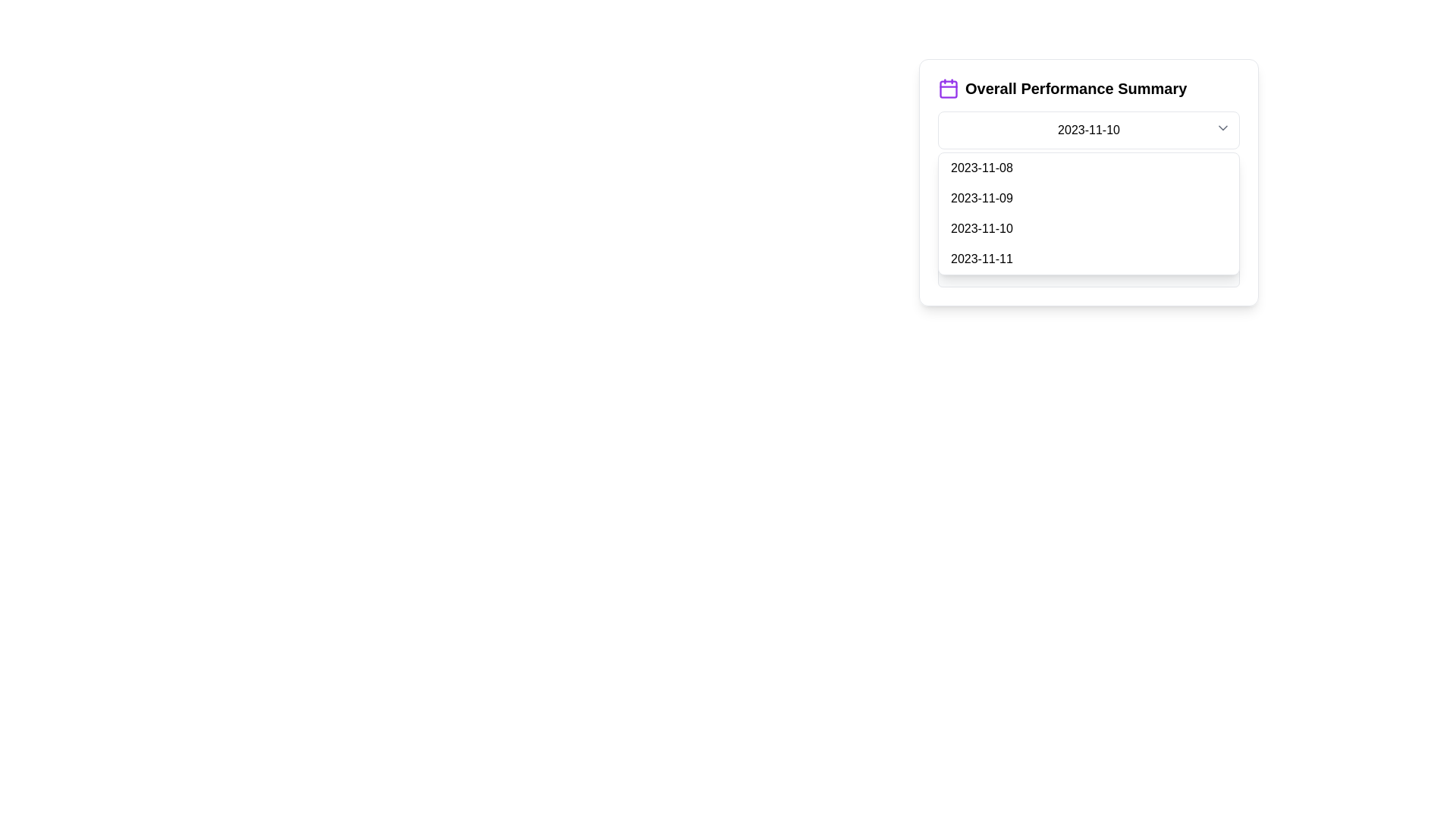 The image size is (1456, 819). I want to click on the small white rectangular area within the purple calendar icon at the top-left of the performance summary card, so click(948, 89).